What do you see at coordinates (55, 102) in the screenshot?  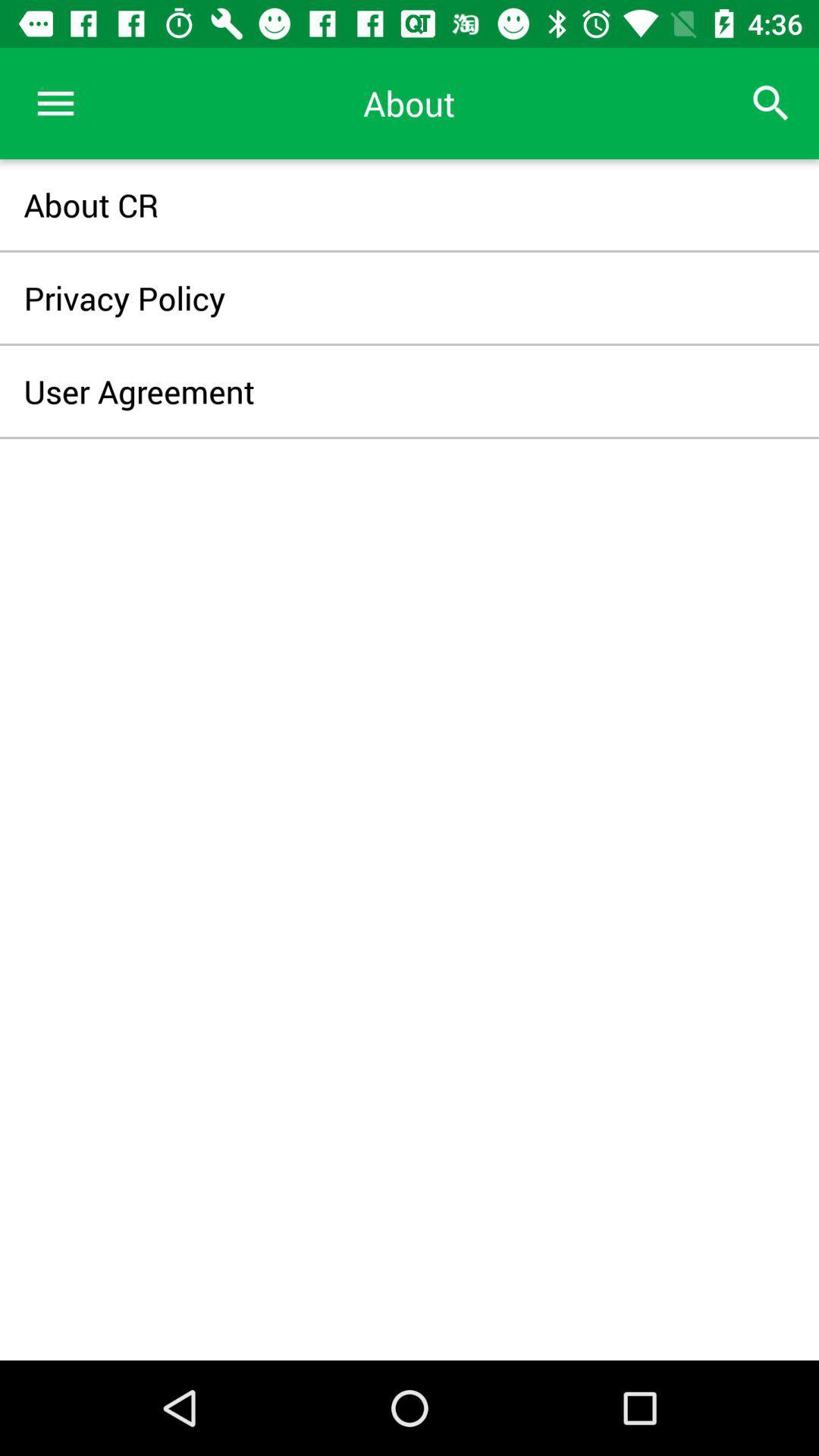 I see `icon next to the about item` at bounding box center [55, 102].